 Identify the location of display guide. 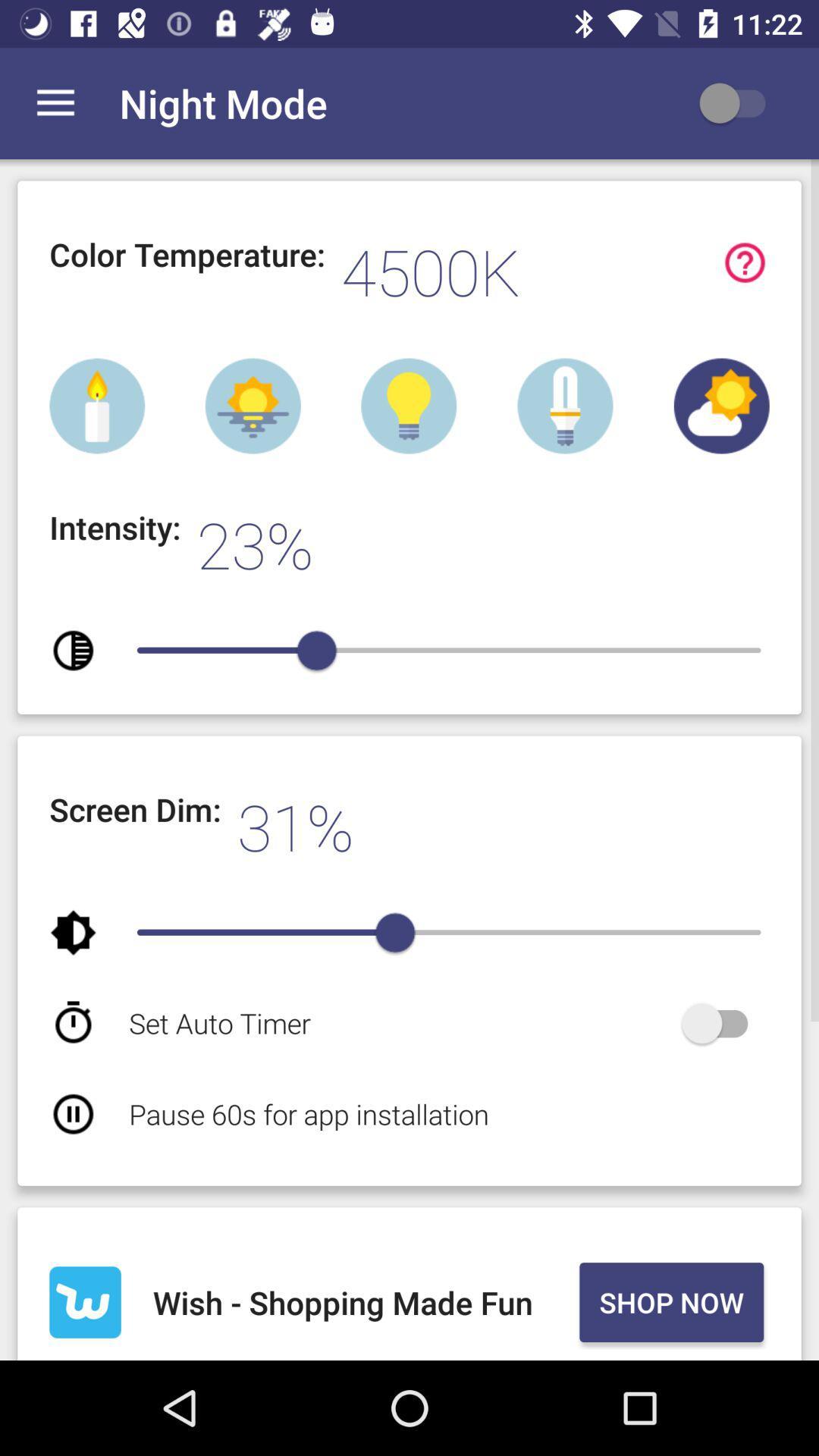
(744, 262).